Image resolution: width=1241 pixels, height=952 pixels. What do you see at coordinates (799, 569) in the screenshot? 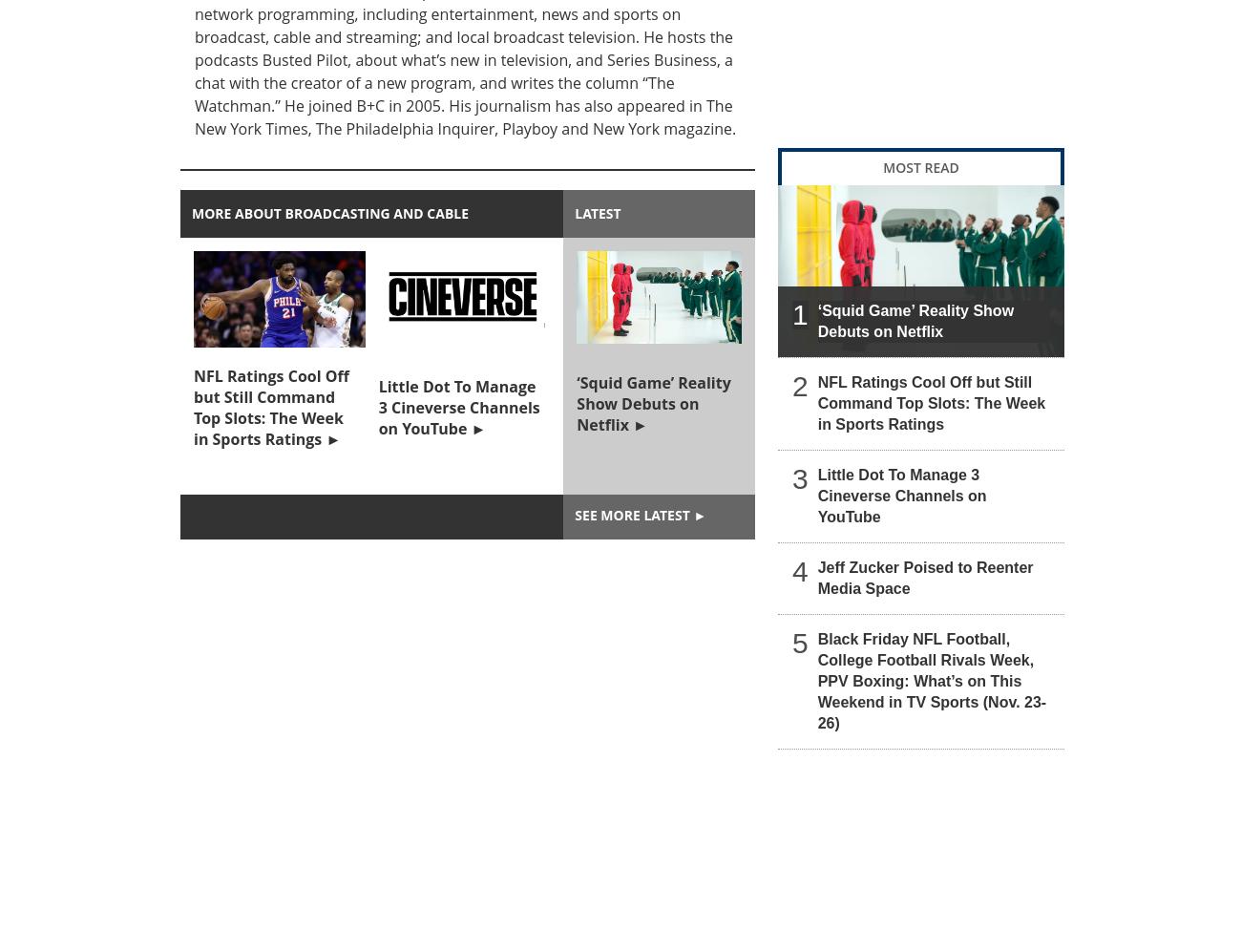
I see `'4'` at bounding box center [799, 569].